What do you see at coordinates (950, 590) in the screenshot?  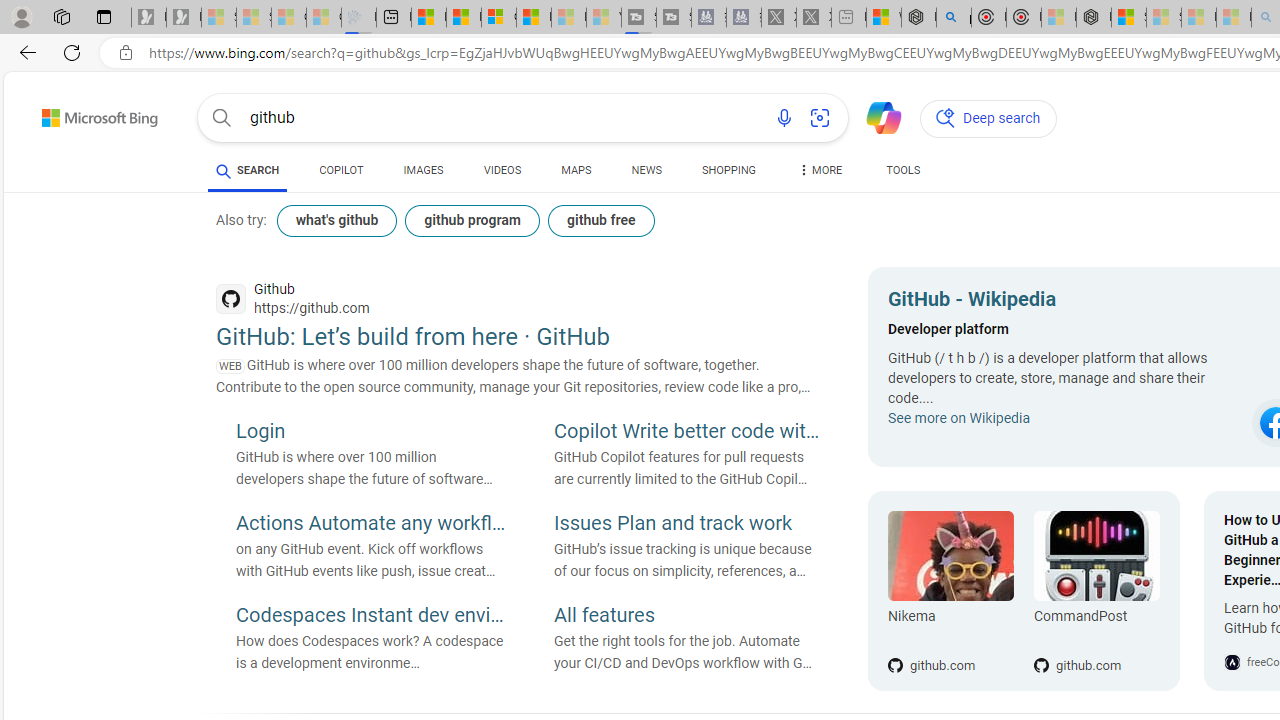 I see `'Nikema Nikema github.com'` at bounding box center [950, 590].